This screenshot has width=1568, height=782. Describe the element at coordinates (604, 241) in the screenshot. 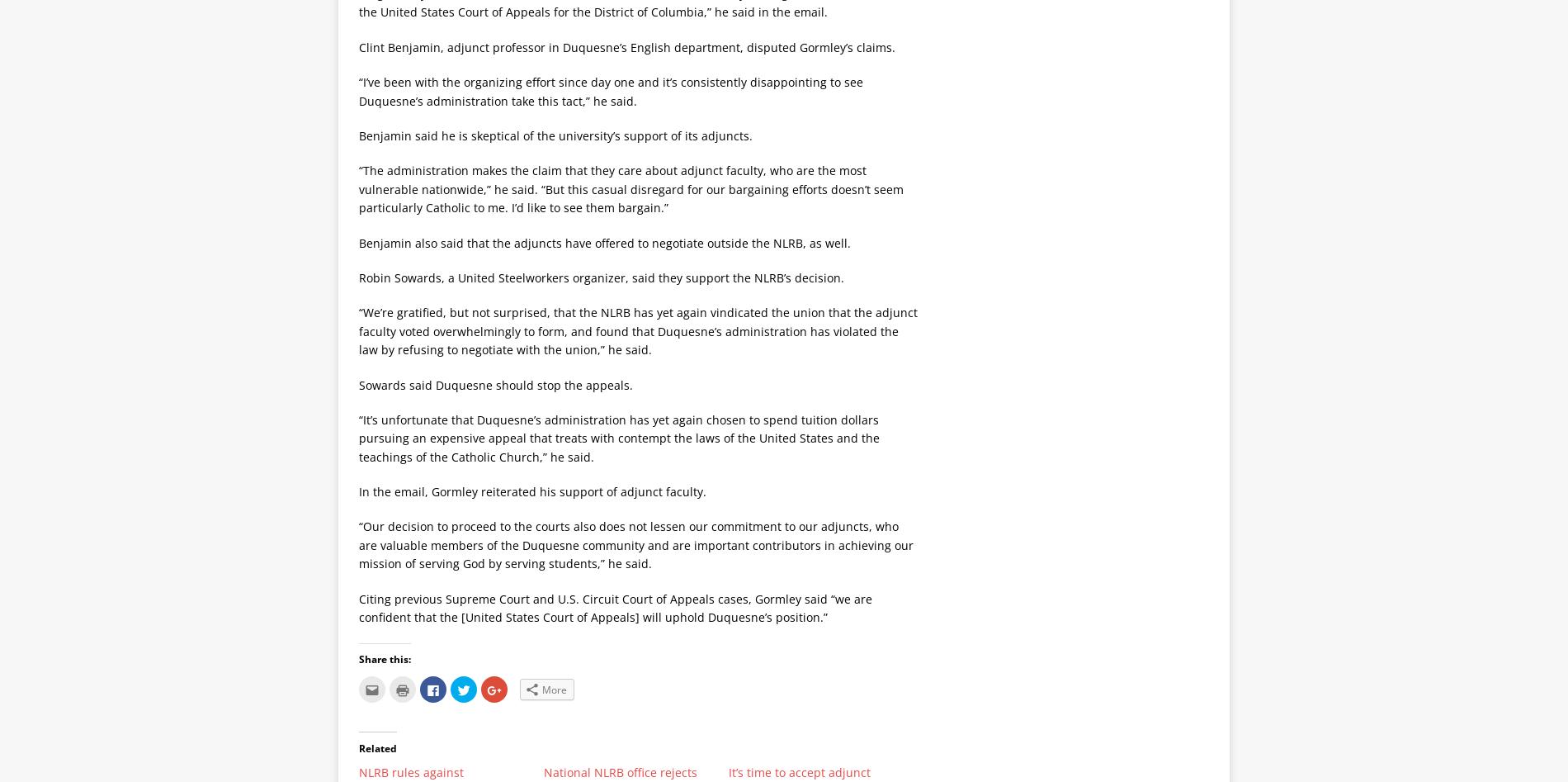

I see `'Benjamin also said that the adjuncts have offered to negotiate outside the NLRB, as well.'` at that location.